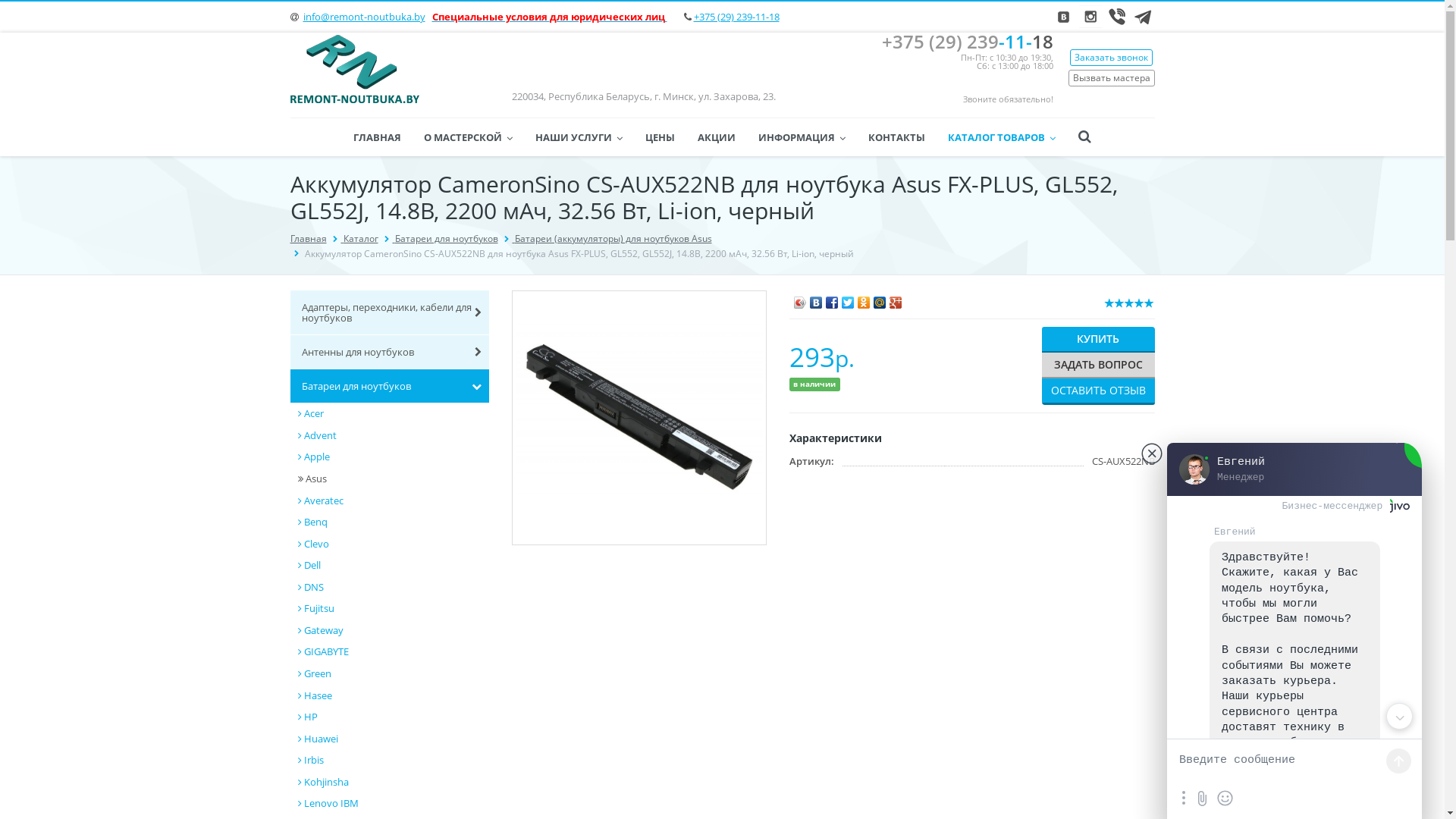 The image size is (1456, 819). I want to click on 'Google Plus', so click(896, 298).